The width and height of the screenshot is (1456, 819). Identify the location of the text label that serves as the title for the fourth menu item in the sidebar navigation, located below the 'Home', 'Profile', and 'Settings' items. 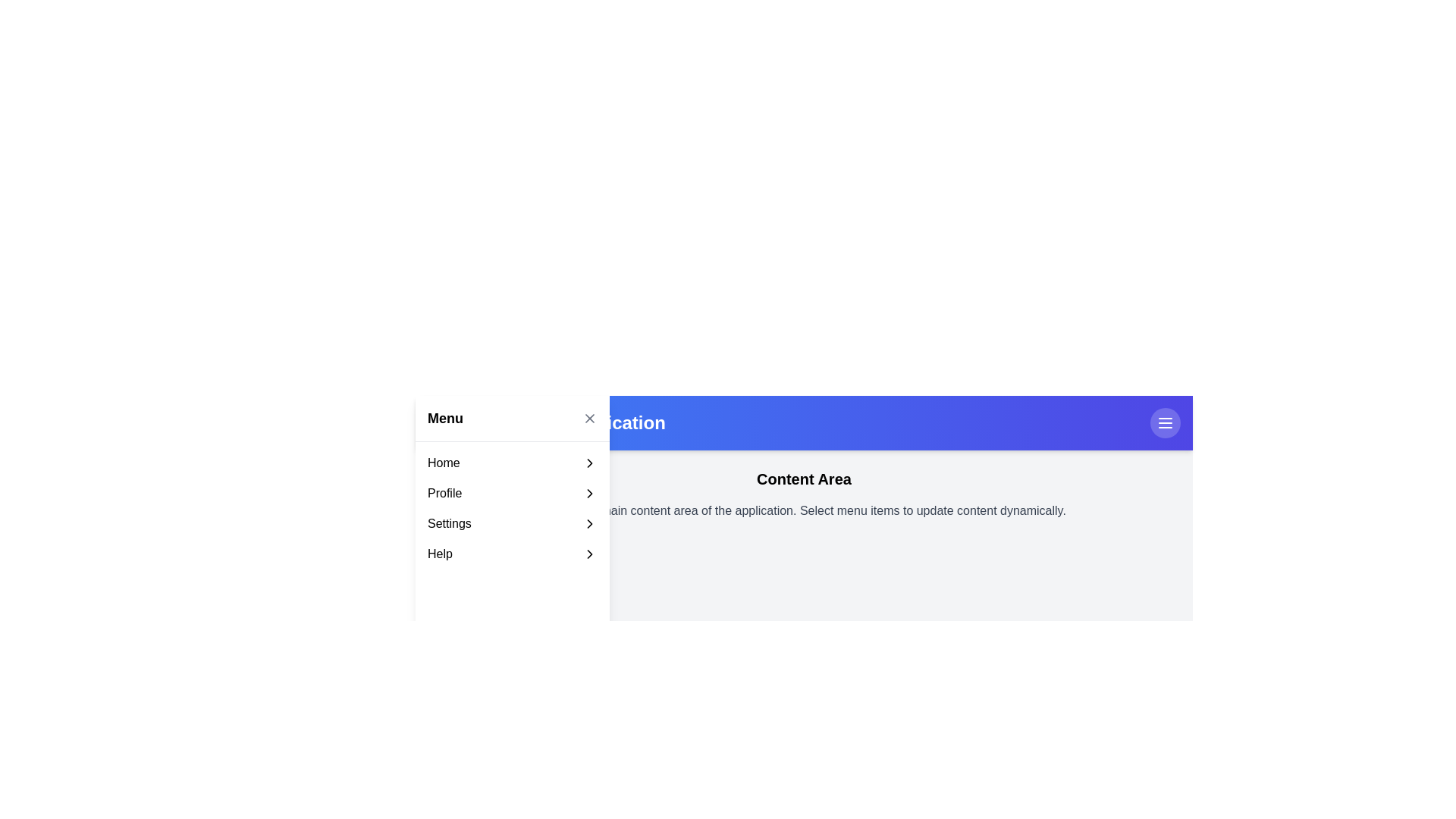
(439, 554).